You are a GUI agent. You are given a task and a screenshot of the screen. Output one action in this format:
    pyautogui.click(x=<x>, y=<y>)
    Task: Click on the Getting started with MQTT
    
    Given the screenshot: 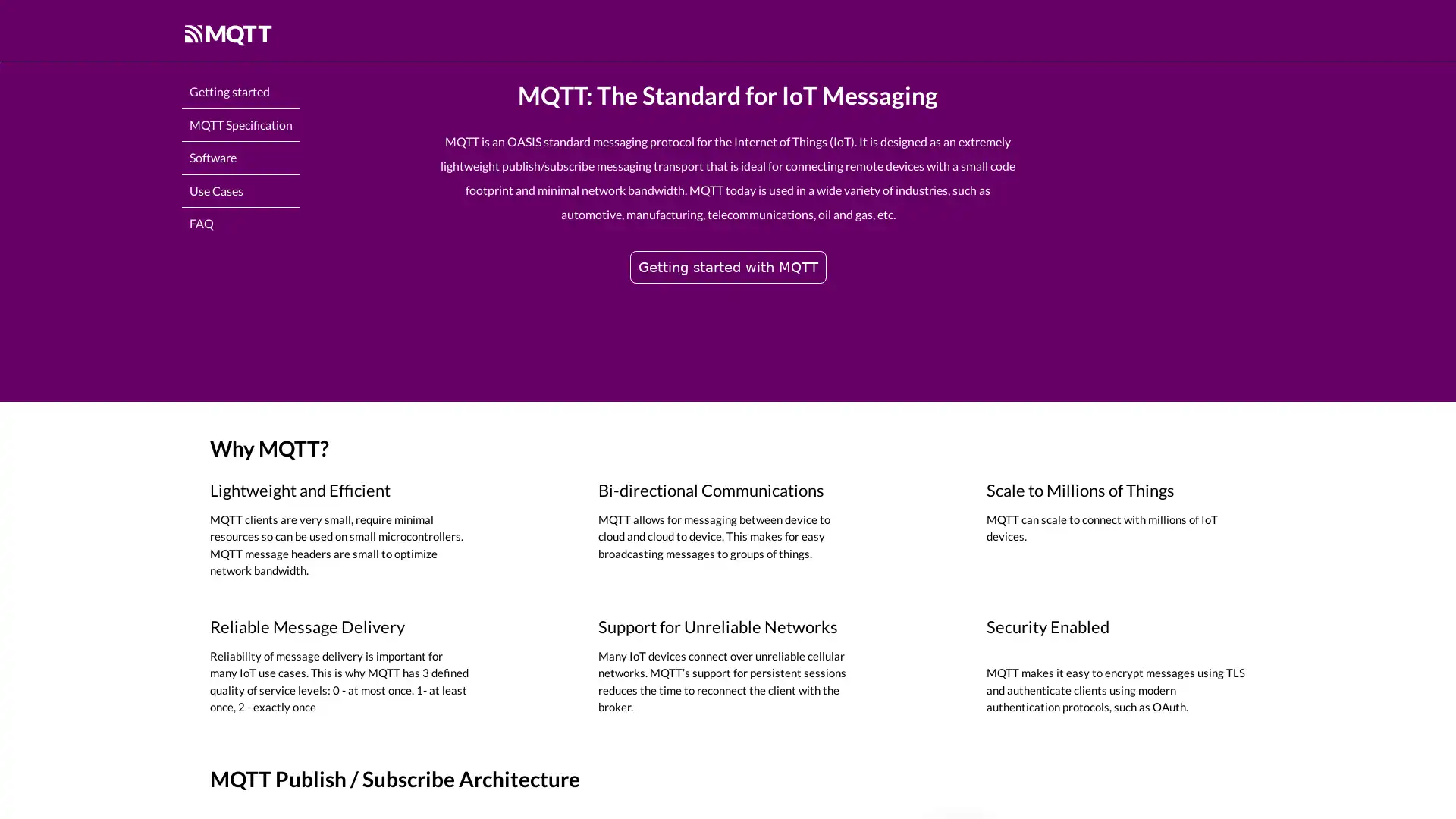 What is the action you would take?
    pyautogui.click(x=726, y=265)
    